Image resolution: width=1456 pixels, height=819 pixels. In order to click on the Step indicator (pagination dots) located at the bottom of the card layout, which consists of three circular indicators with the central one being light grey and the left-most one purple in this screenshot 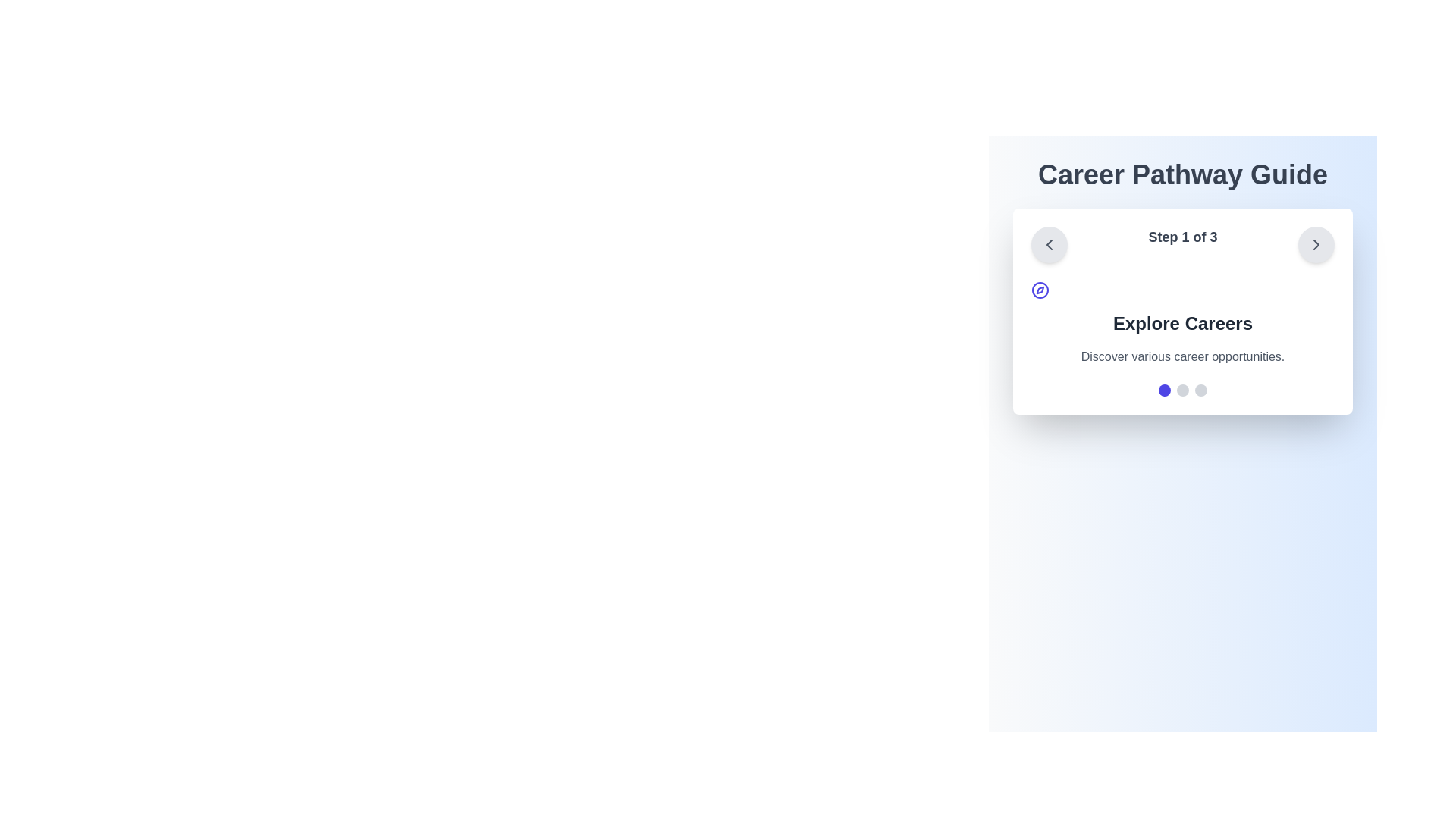, I will do `click(1182, 390)`.